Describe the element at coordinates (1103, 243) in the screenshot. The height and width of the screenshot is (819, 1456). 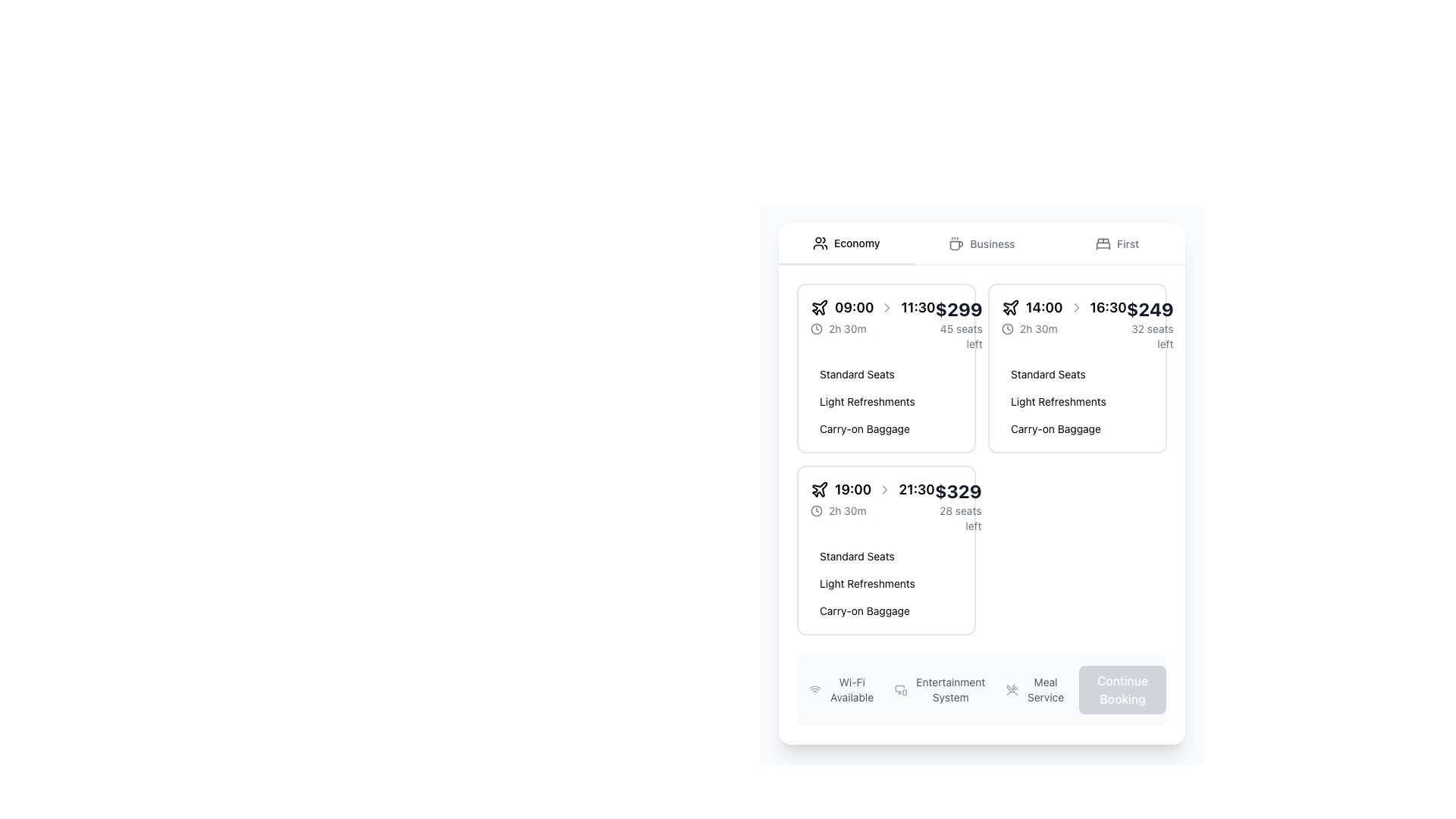
I see `the 'First' option icon located in the horizontal navigation bar at the top of the ticket options section, positioned to the left of the text 'first'` at that location.